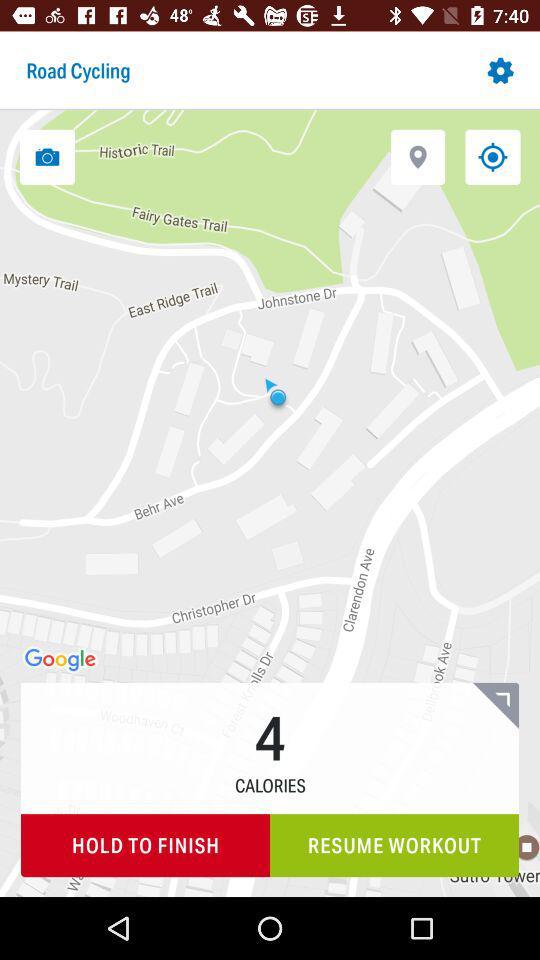  Describe the element at coordinates (394, 844) in the screenshot. I see `the icon next to the hold to finish icon` at that location.